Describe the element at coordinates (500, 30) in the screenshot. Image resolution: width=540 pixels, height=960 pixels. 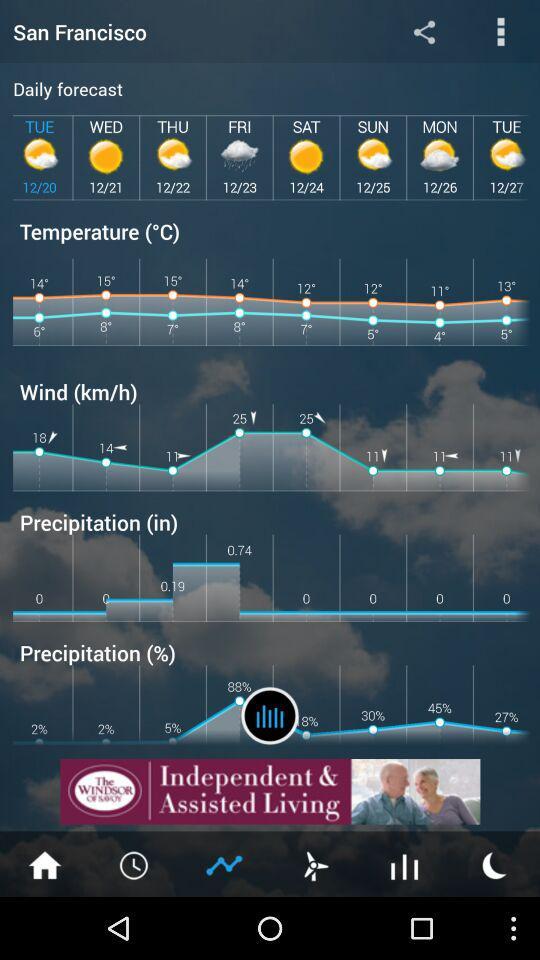
I see `open settings` at that location.